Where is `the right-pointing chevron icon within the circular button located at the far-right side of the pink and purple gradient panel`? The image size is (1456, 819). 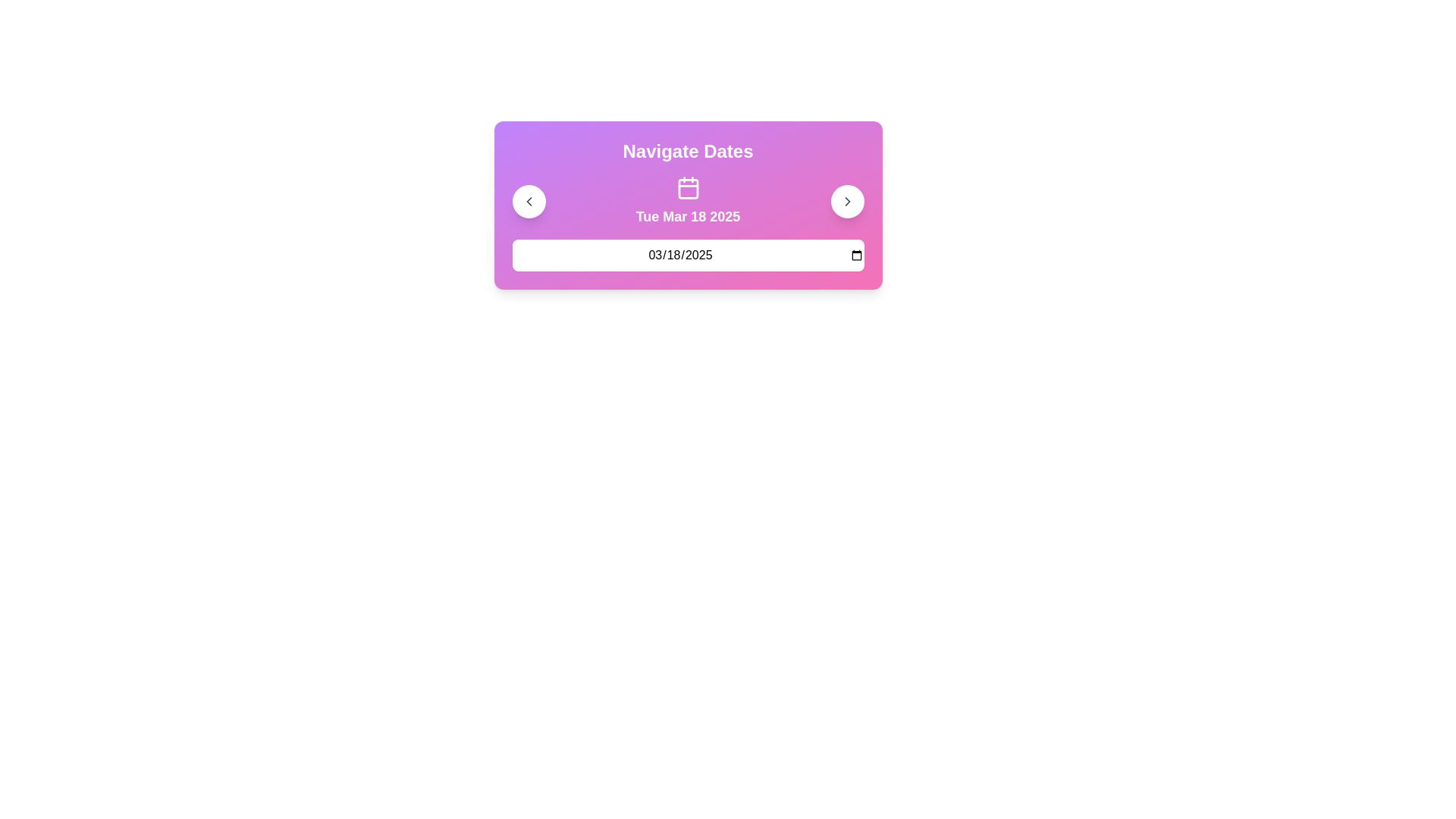 the right-pointing chevron icon within the circular button located at the far-right side of the pink and purple gradient panel is located at coordinates (846, 201).